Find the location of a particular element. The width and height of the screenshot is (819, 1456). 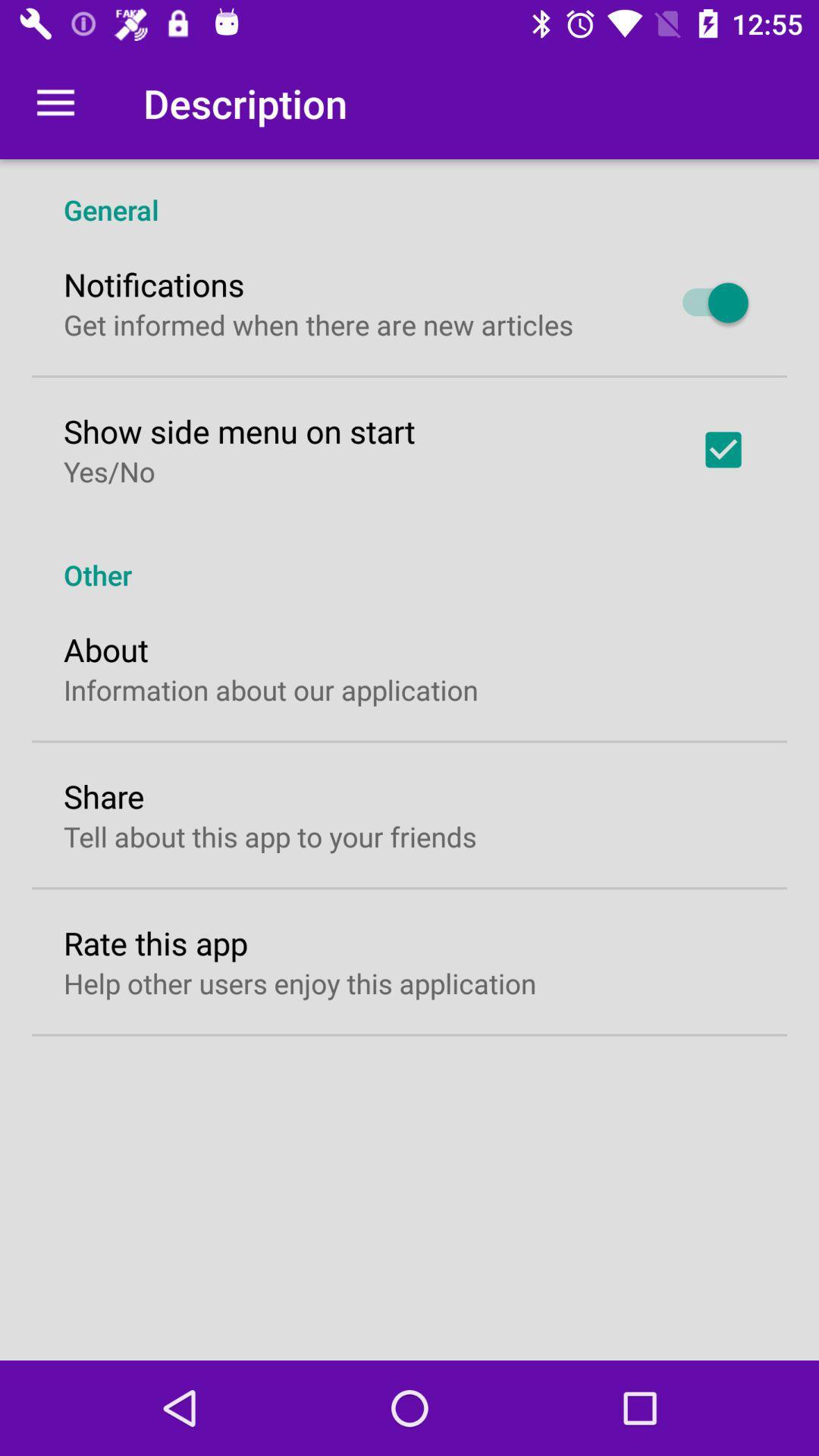

icon below general item is located at coordinates (708, 303).